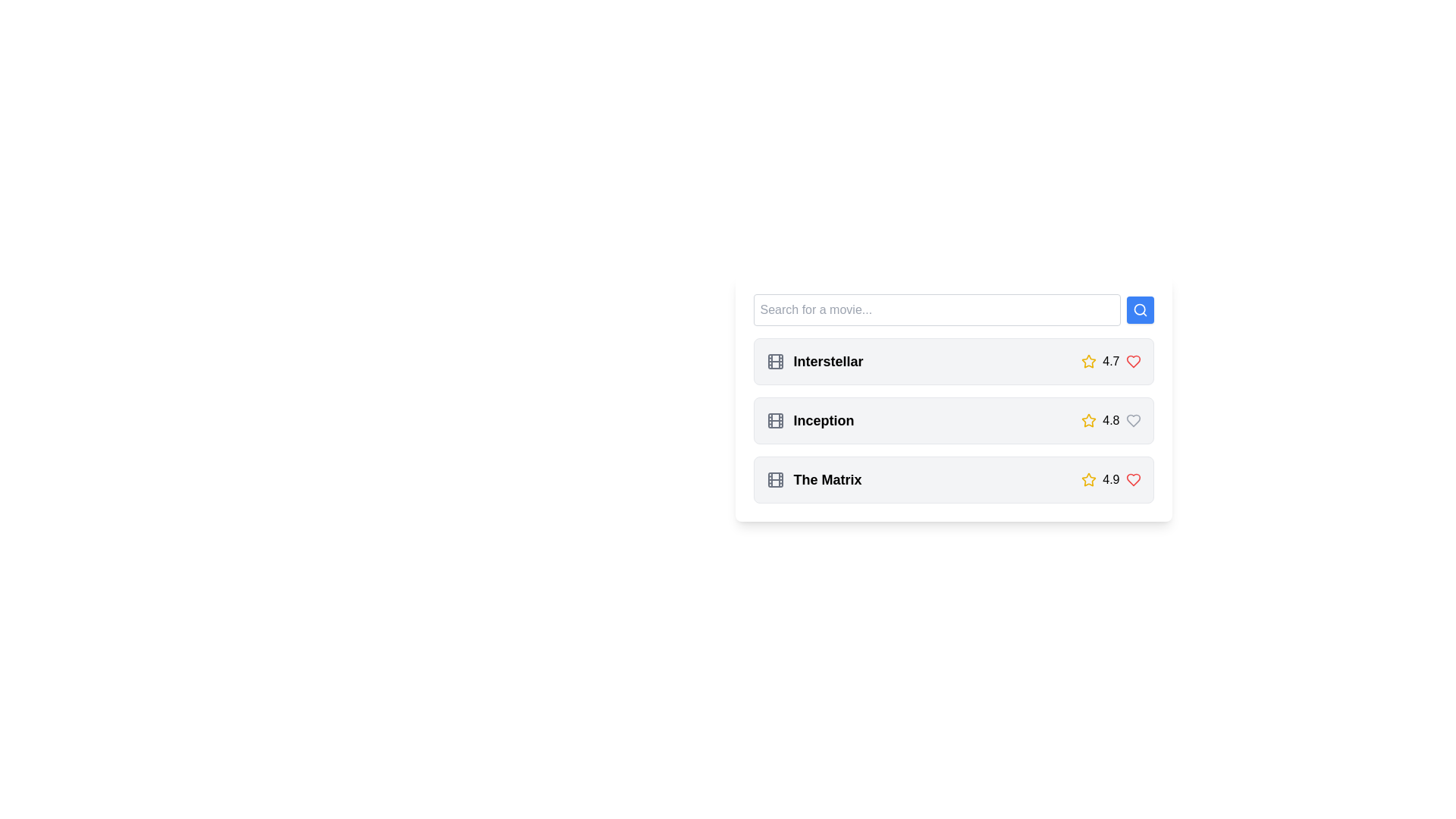 The height and width of the screenshot is (819, 1456). What do you see at coordinates (814, 362) in the screenshot?
I see `the text label with an icon for the movie 'Interstellar', which is the first entry in a vertical list of movies within a card styled with rounded corners and a light gray background` at bounding box center [814, 362].